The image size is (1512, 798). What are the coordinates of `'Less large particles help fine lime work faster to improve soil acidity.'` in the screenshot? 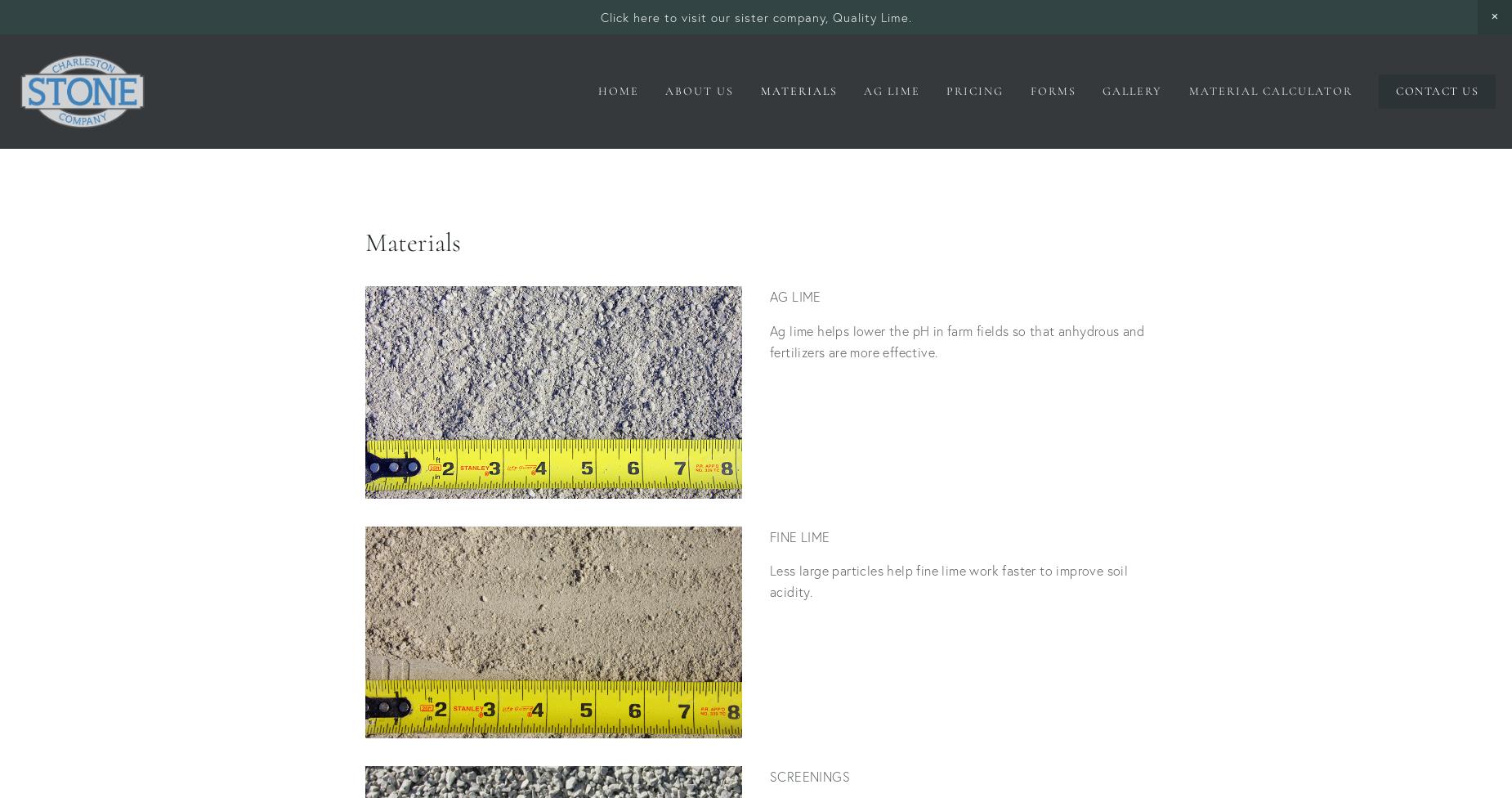 It's located at (769, 580).